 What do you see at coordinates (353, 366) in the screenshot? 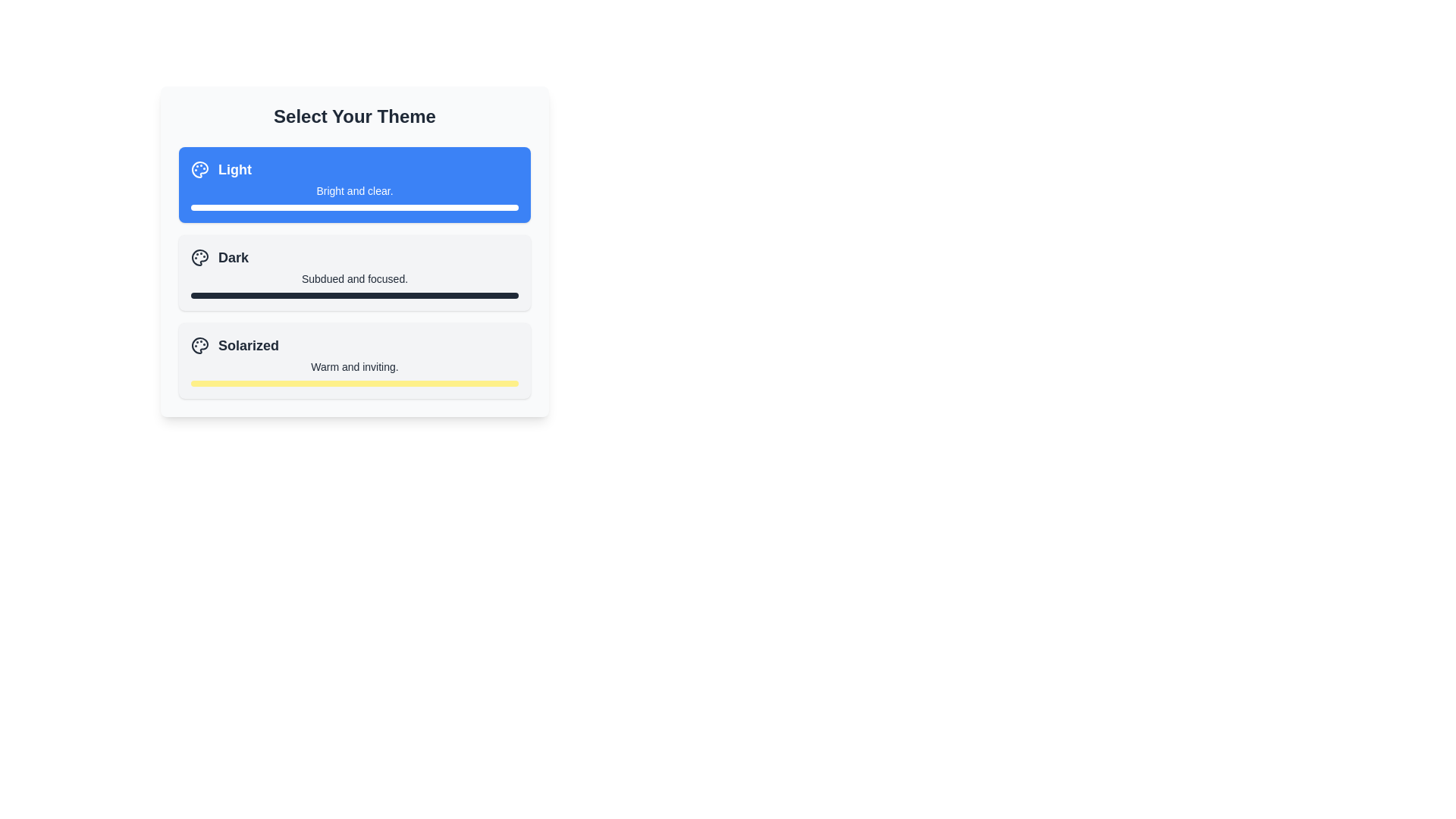
I see `the text label that reads 'Warm and inviting.' positioned beneath the title 'Solarized' in a card design` at bounding box center [353, 366].